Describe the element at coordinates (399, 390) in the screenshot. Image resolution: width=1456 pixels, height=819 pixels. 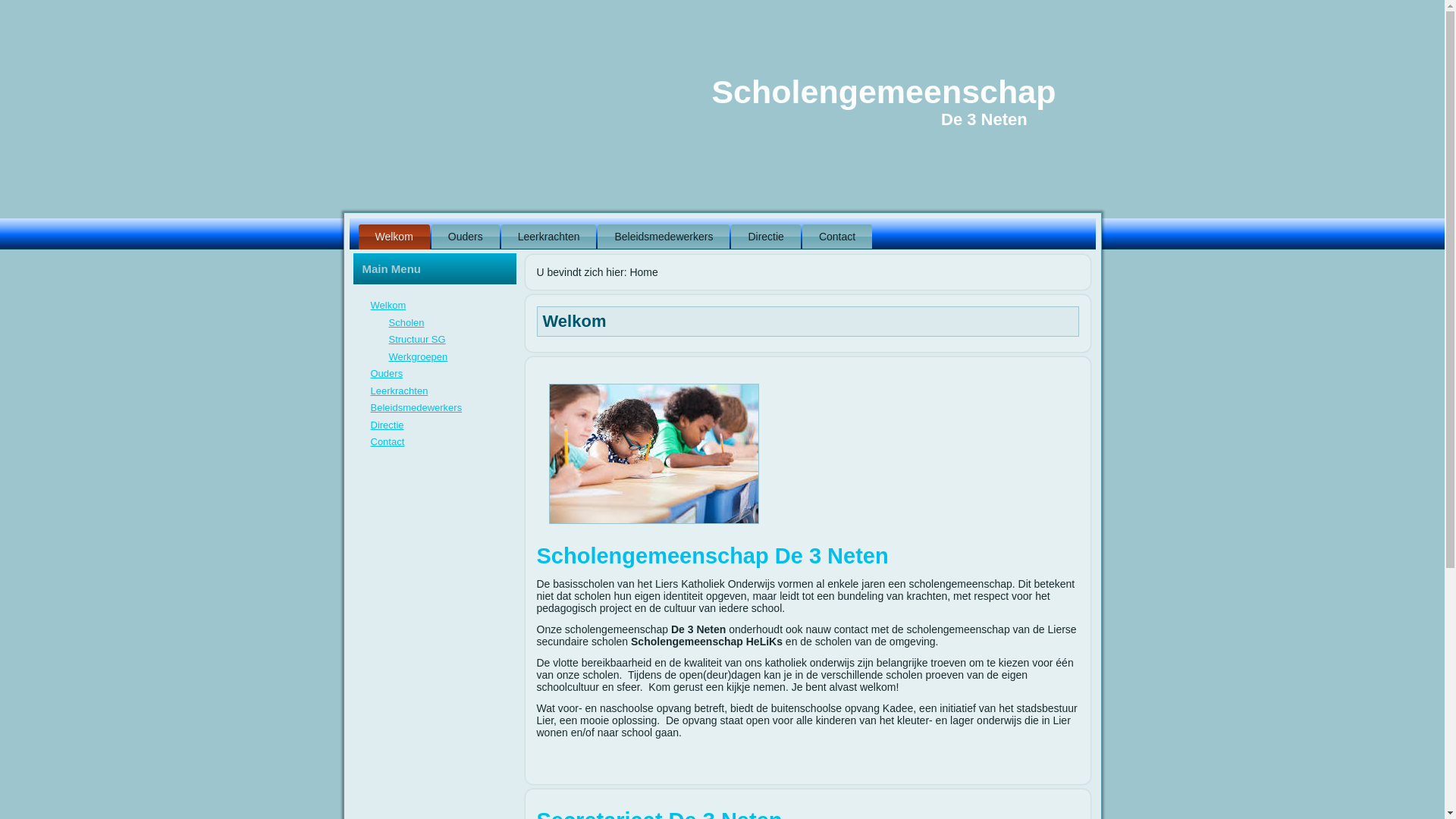
I see `'Leerkrachten'` at that location.